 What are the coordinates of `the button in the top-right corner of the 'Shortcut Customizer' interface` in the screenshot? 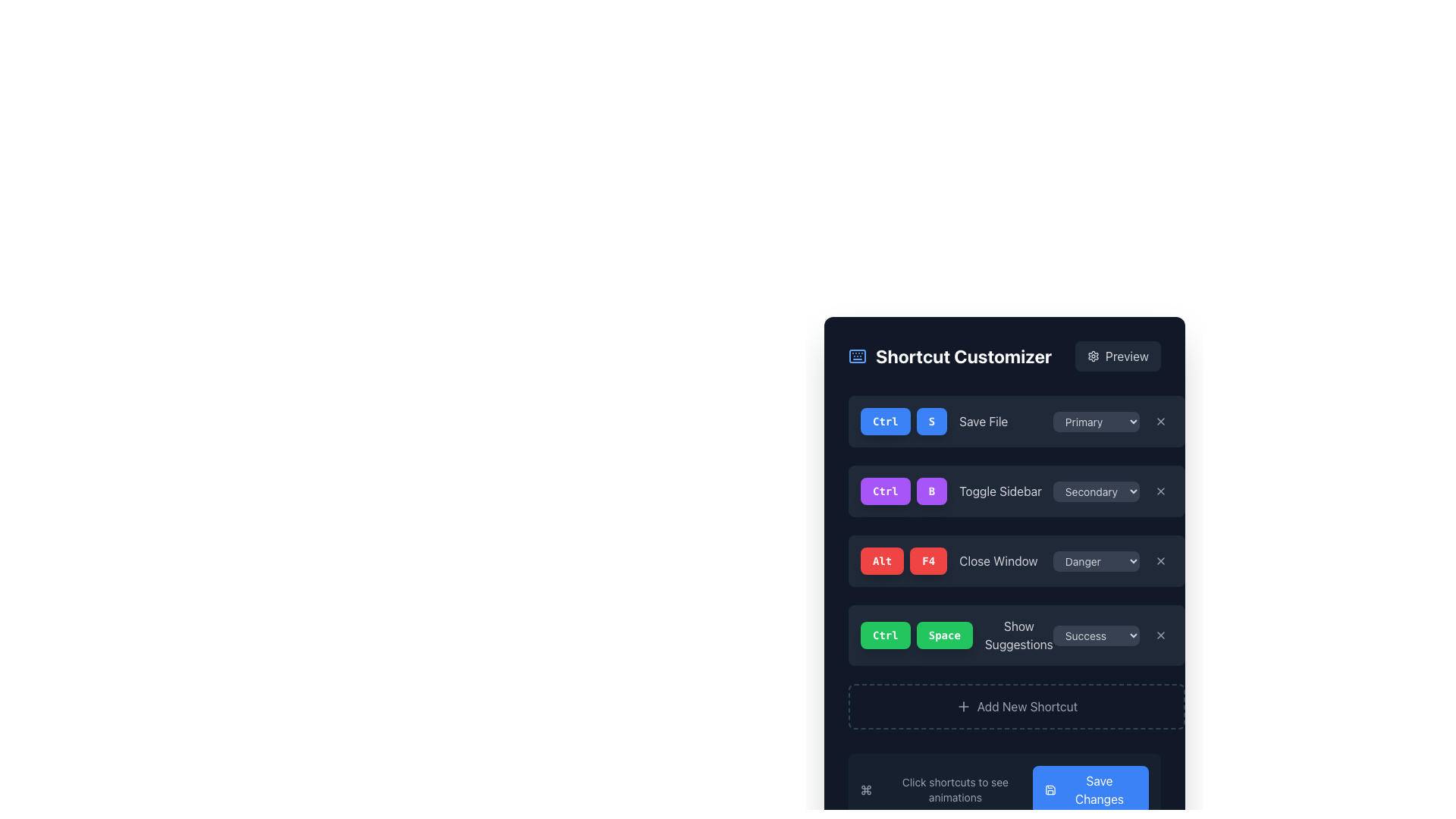 It's located at (1118, 356).